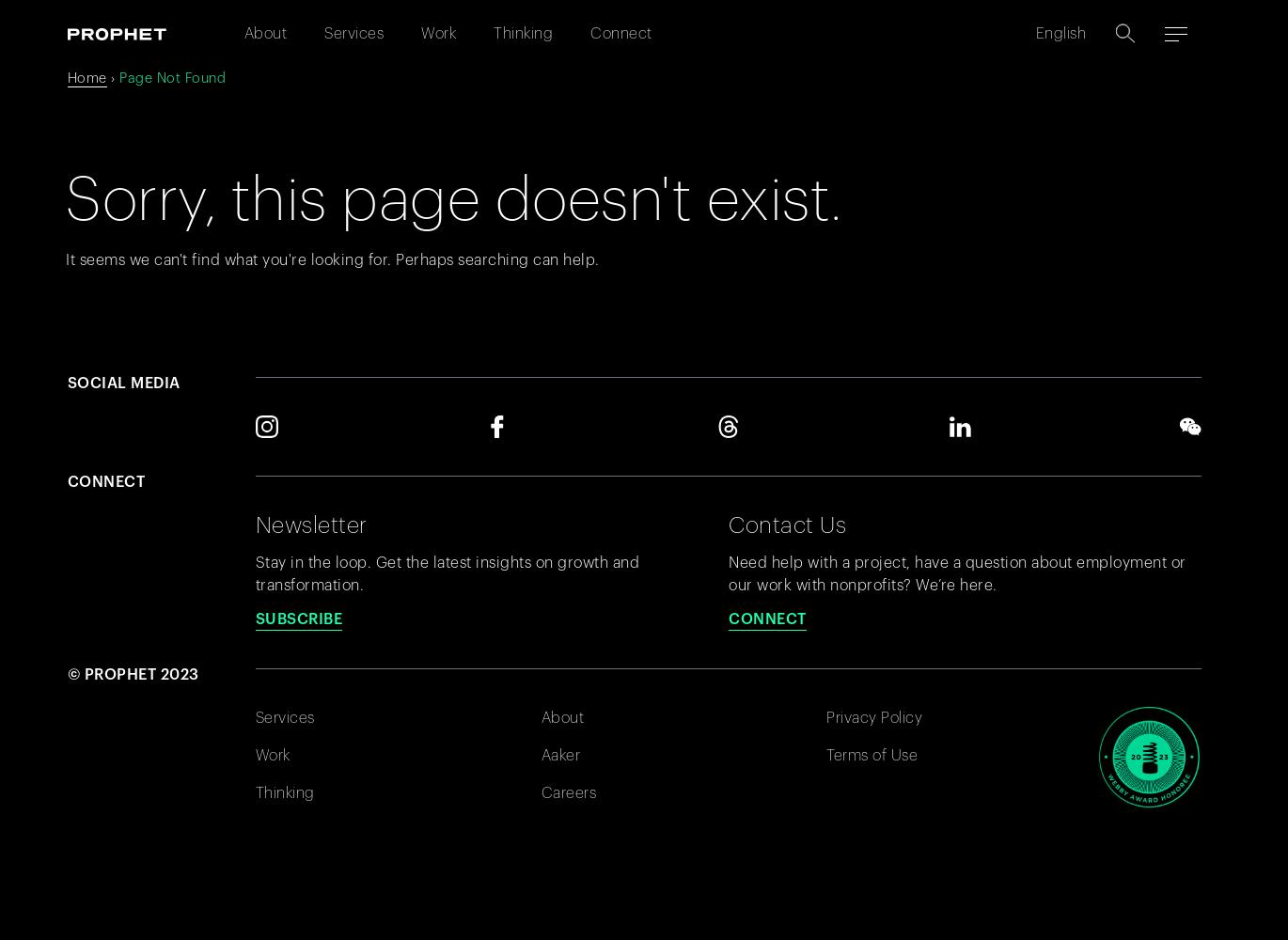 This screenshot has width=1288, height=940. I want to click on 'Privacy Policy', so click(873, 717).